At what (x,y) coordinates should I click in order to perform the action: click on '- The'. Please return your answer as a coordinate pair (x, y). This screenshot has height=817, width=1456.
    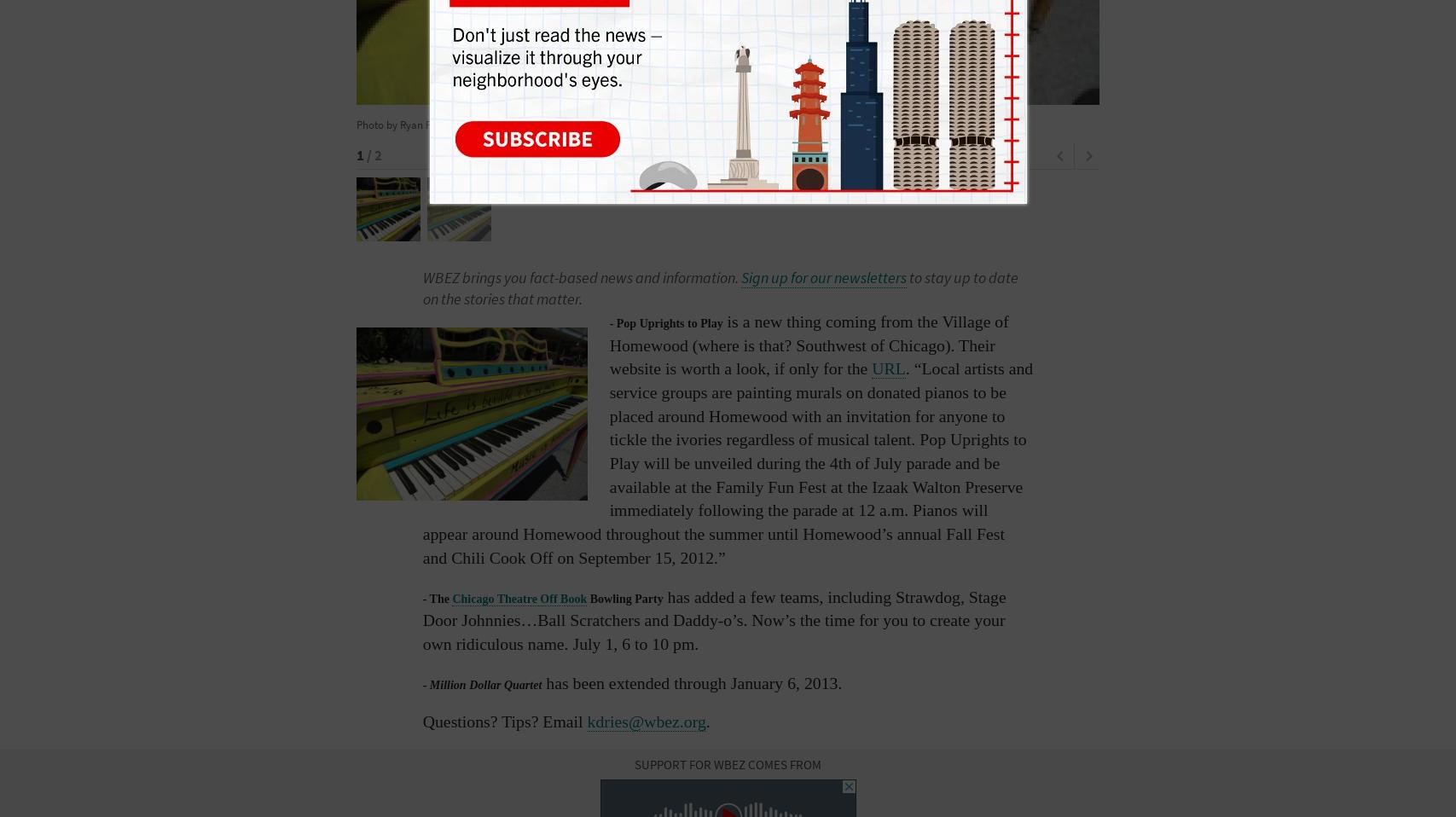
    Looking at the image, I should click on (437, 597).